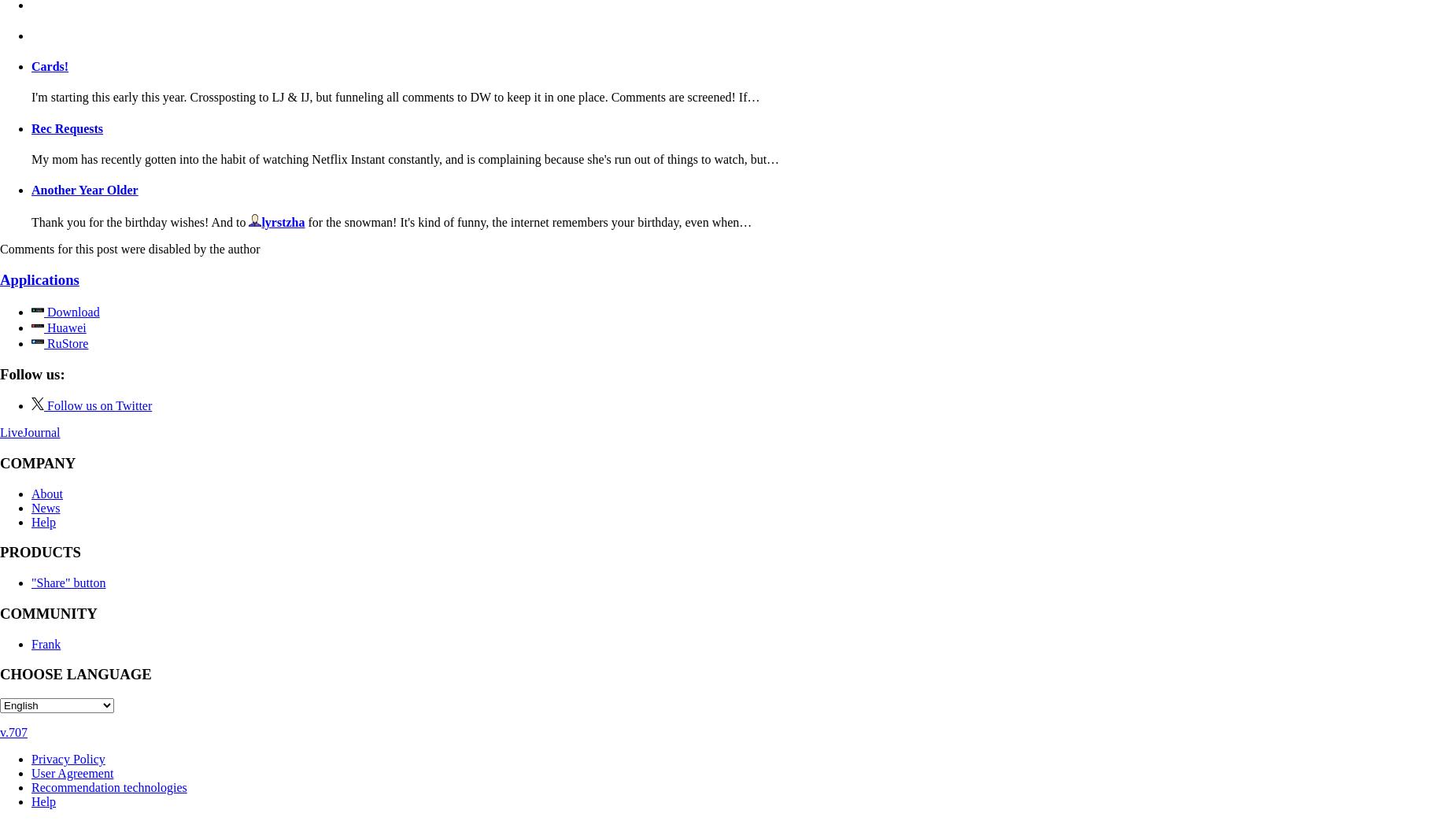 The width and height of the screenshot is (1456, 821). What do you see at coordinates (38, 279) in the screenshot?
I see `'Applications'` at bounding box center [38, 279].